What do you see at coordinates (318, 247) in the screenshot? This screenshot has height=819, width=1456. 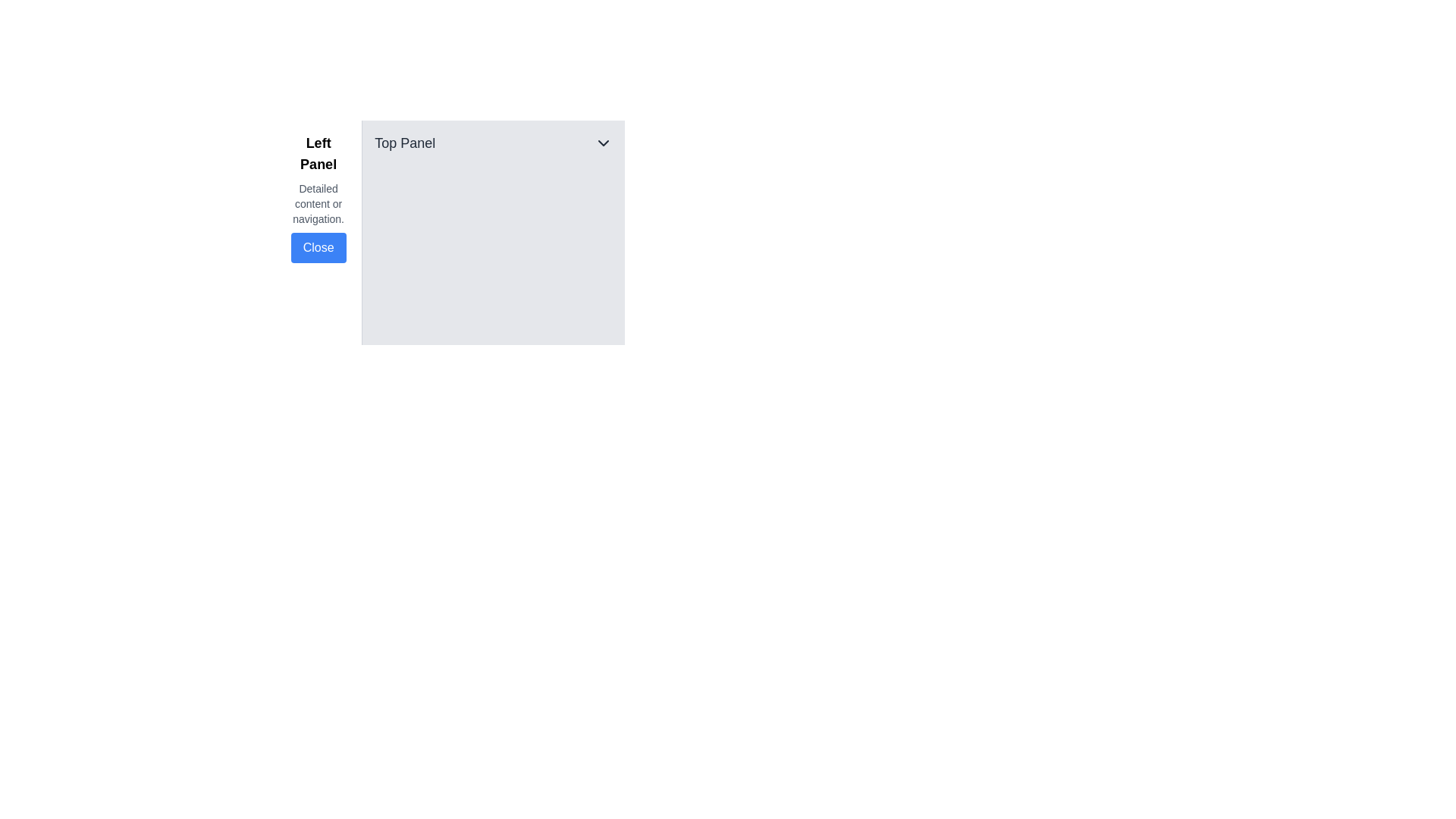 I see `the button located in the left panel's content section, below the text labeled 'Detailed content or navigation'` at bounding box center [318, 247].